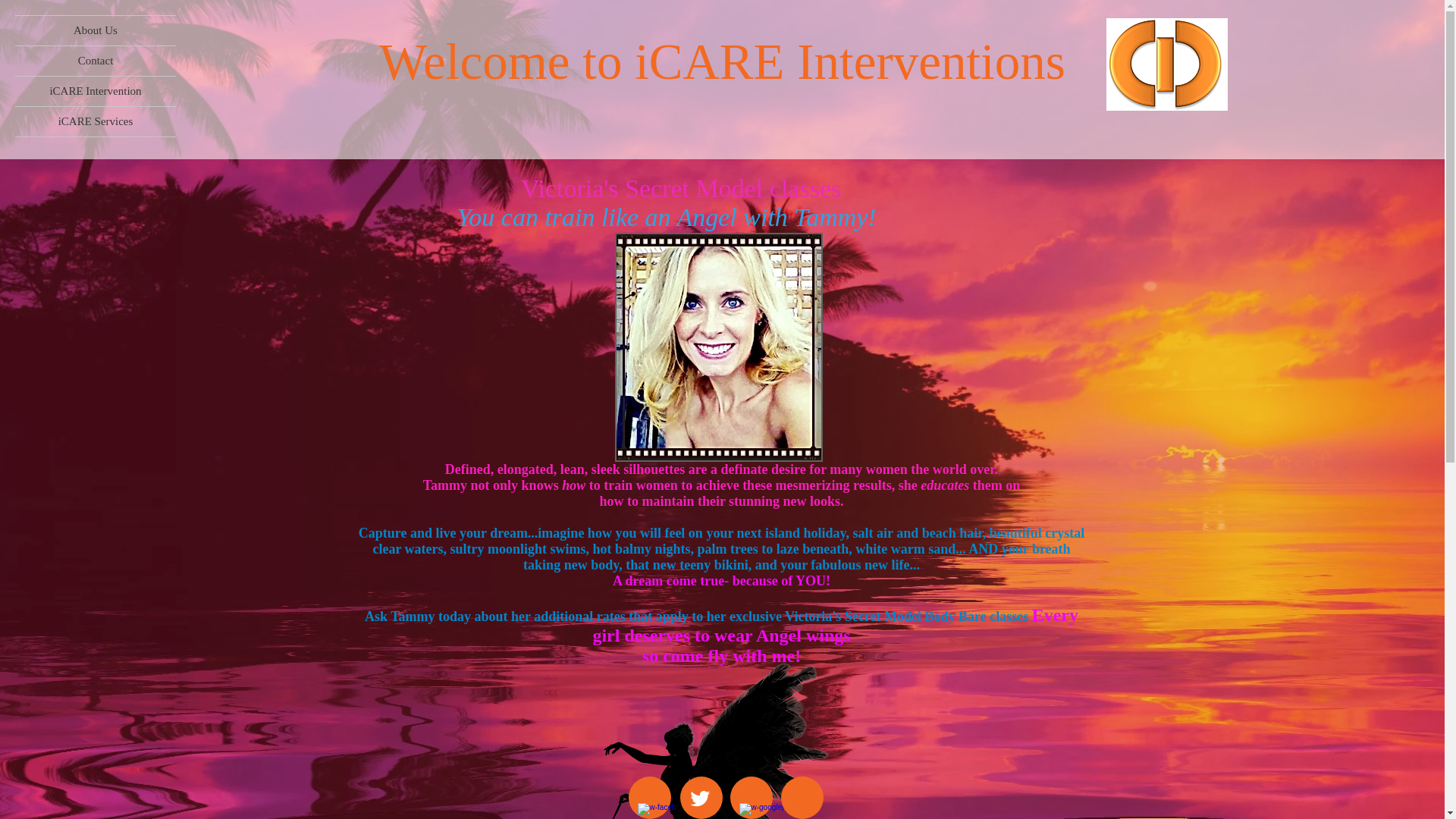 The image size is (1456, 819). I want to click on 'iCARE Intervention', so click(94, 91).